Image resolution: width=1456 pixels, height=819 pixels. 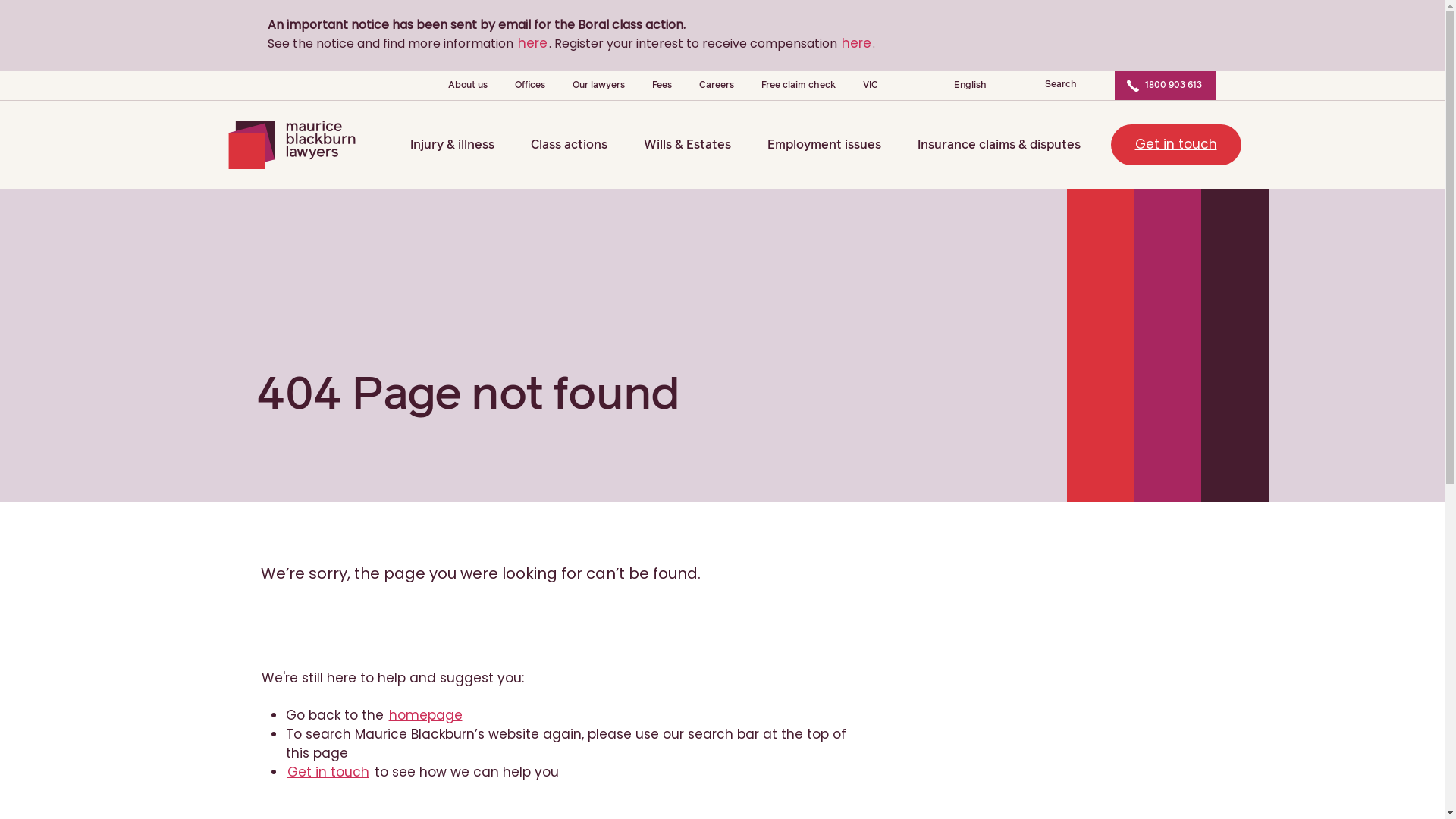 I want to click on 'Wills & Estates', so click(x=698, y=145).